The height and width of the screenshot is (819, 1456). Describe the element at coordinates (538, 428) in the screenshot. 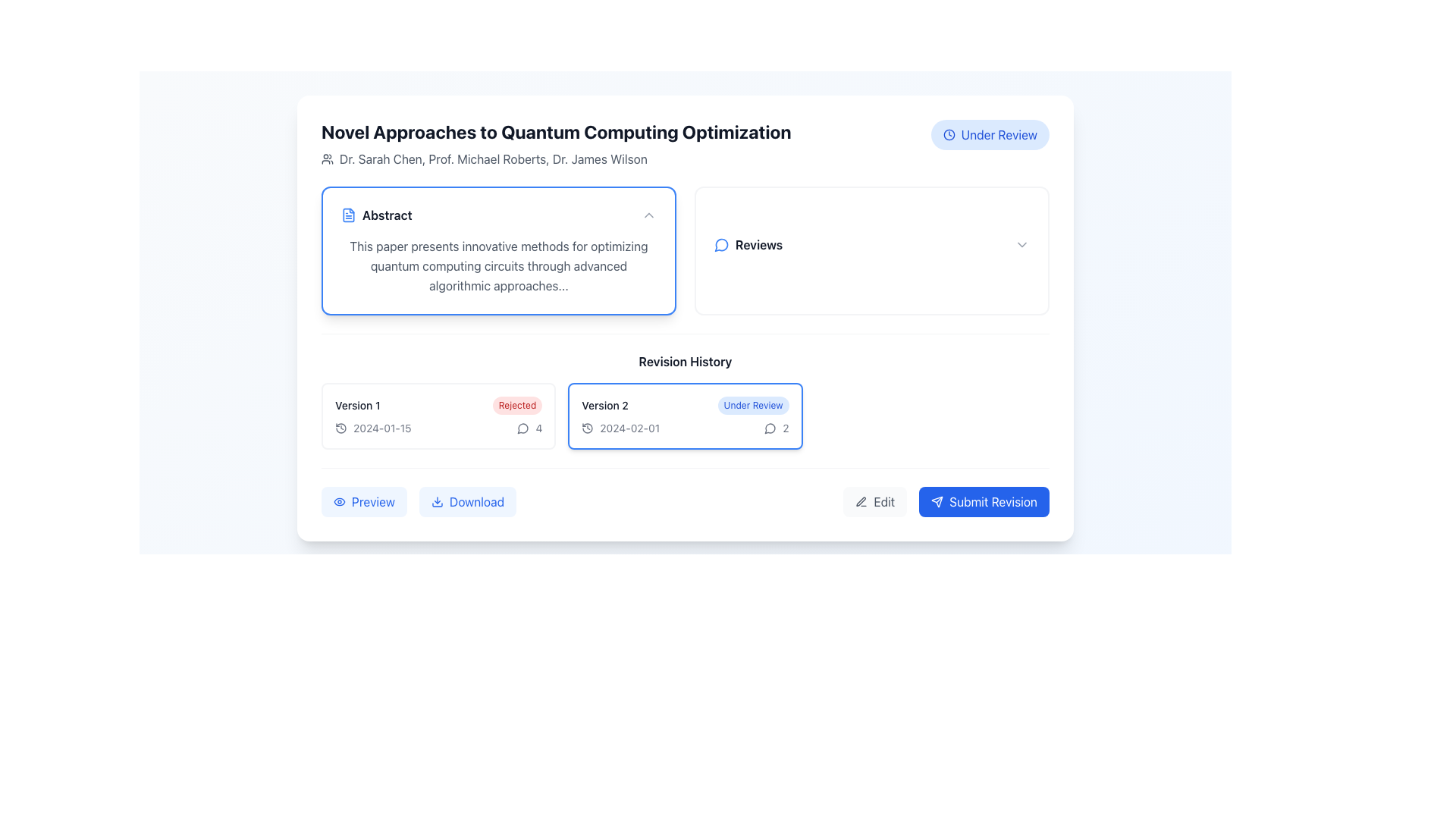

I see `text label displaying the number '4', which is located immediately to the right of a speech bubble icon in the revision history segment under 'Version 2'` at that location.